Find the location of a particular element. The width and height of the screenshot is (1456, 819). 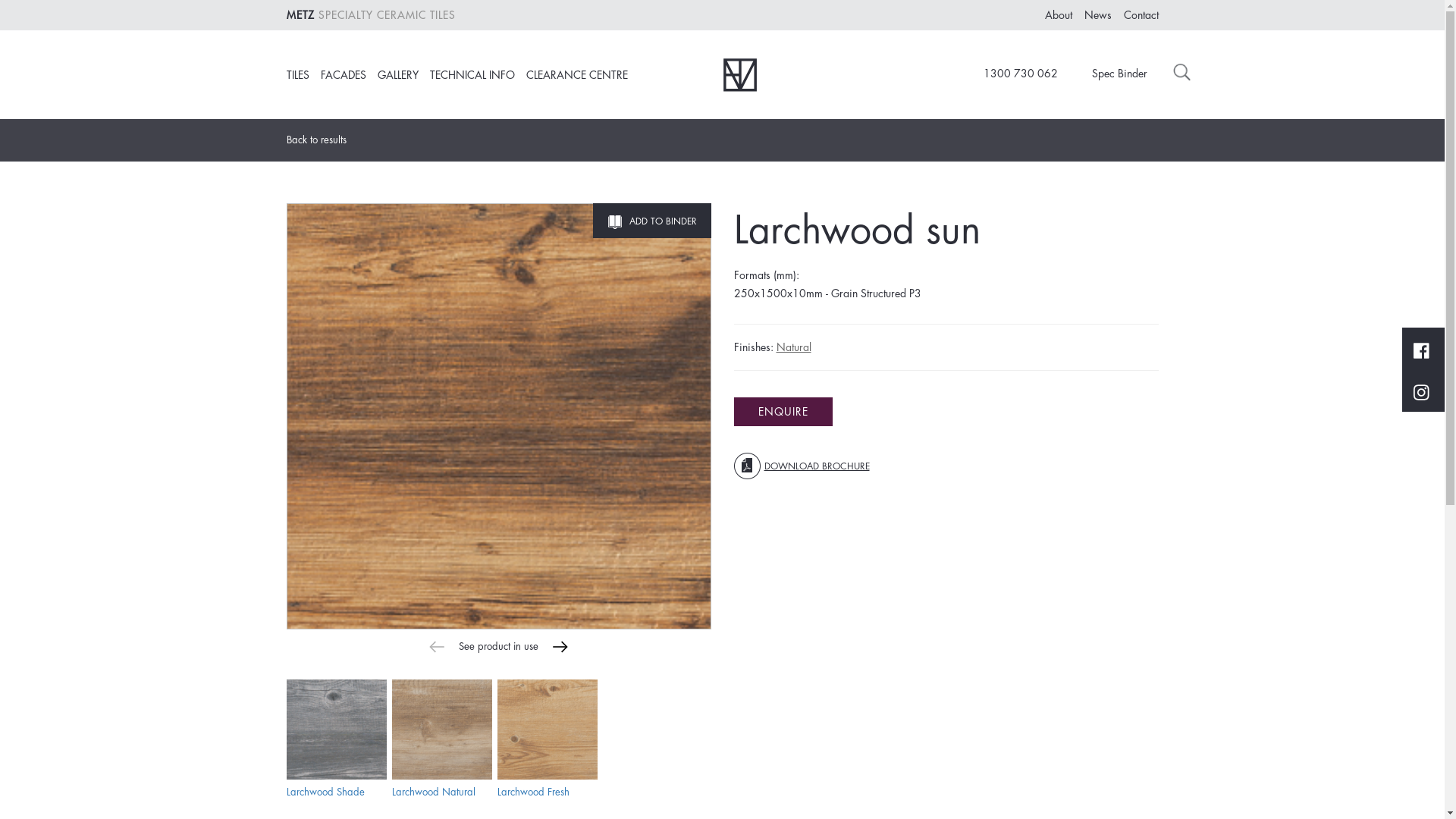

'Spec Binder' is located at coordinates (1072, 73).